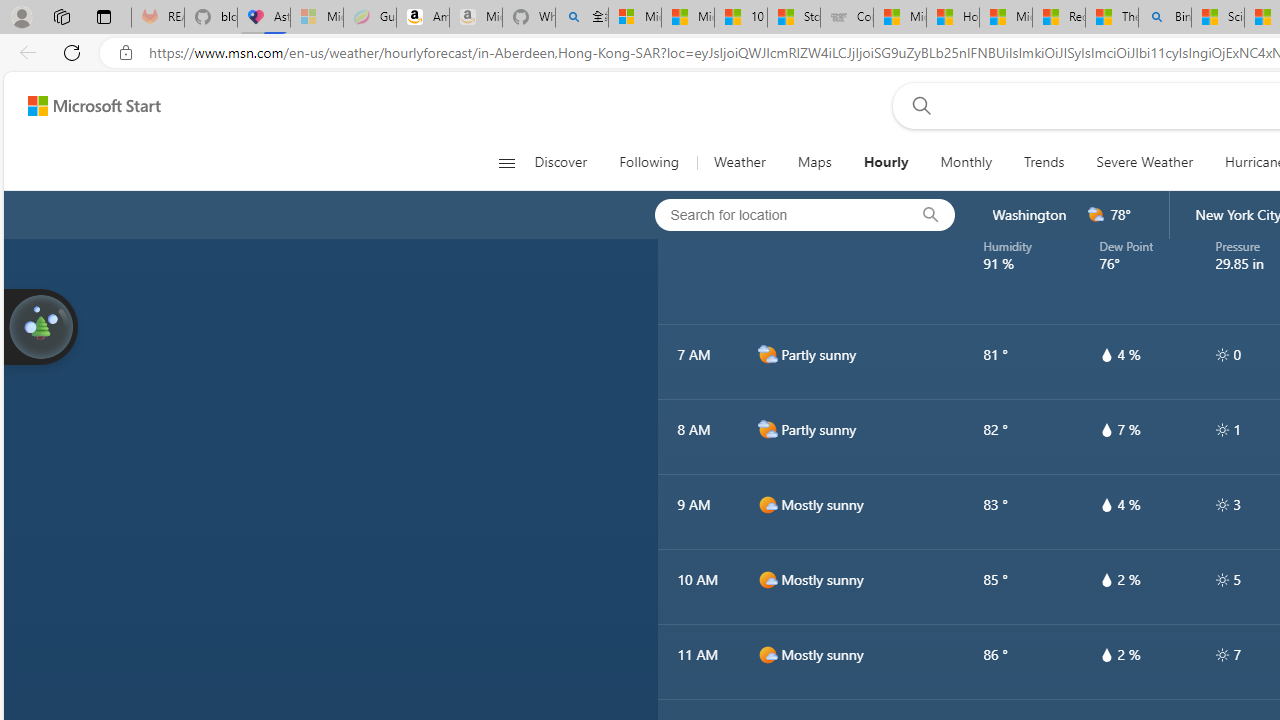 The width and height of the screenshot is (1280, 720). Describe the element at coordinates (1216, 17) in the screenshot. I see `'Science - MSN'` at that location.